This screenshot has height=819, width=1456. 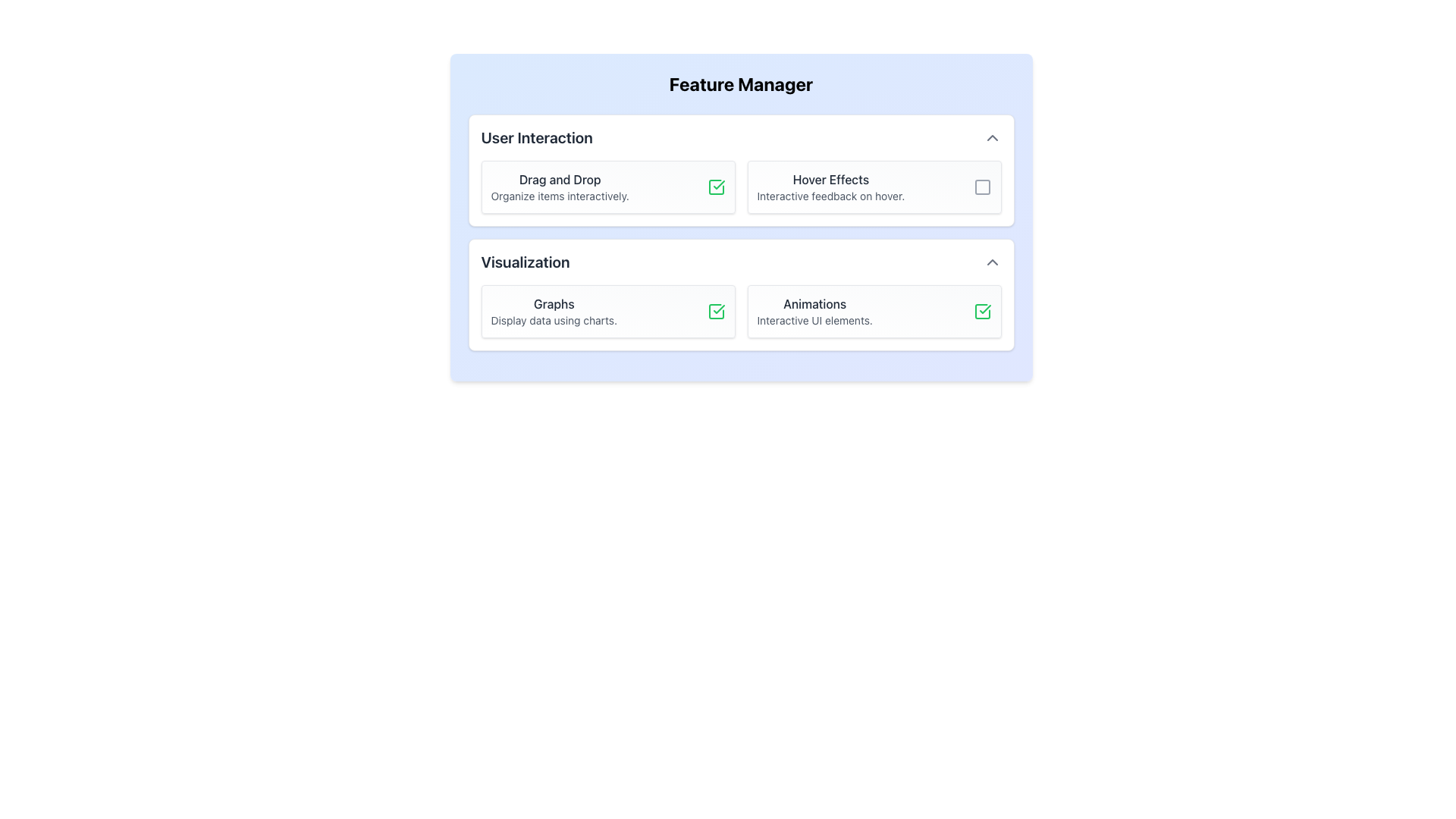 I want to click on the text label displaying 'Organize items interactively.' which is styled in gray and positioned below the 'Drag and Drop' heading, so click(x=559, y=195).